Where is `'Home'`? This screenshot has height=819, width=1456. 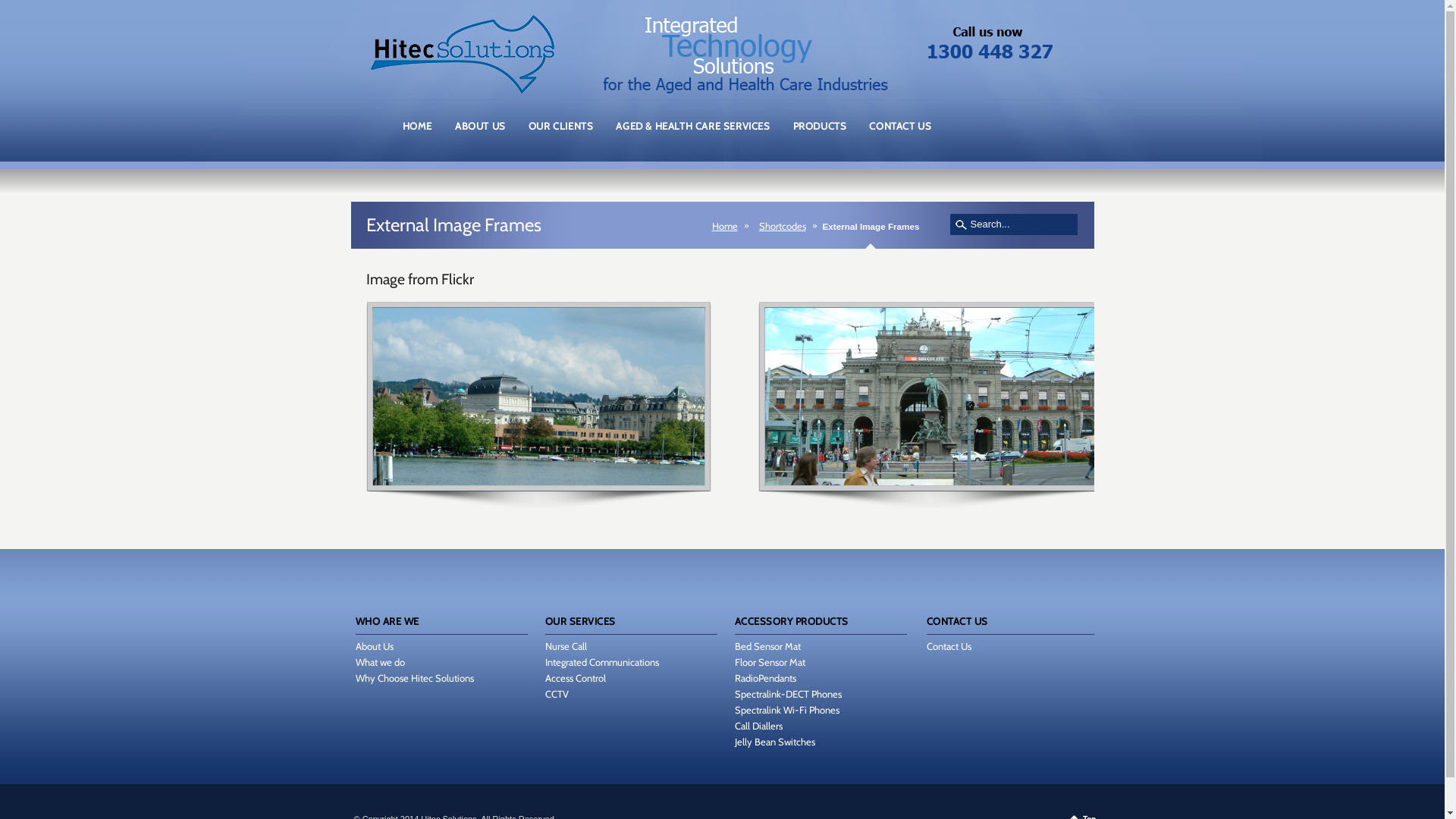 'Home' is located at coordinates (728, 225).